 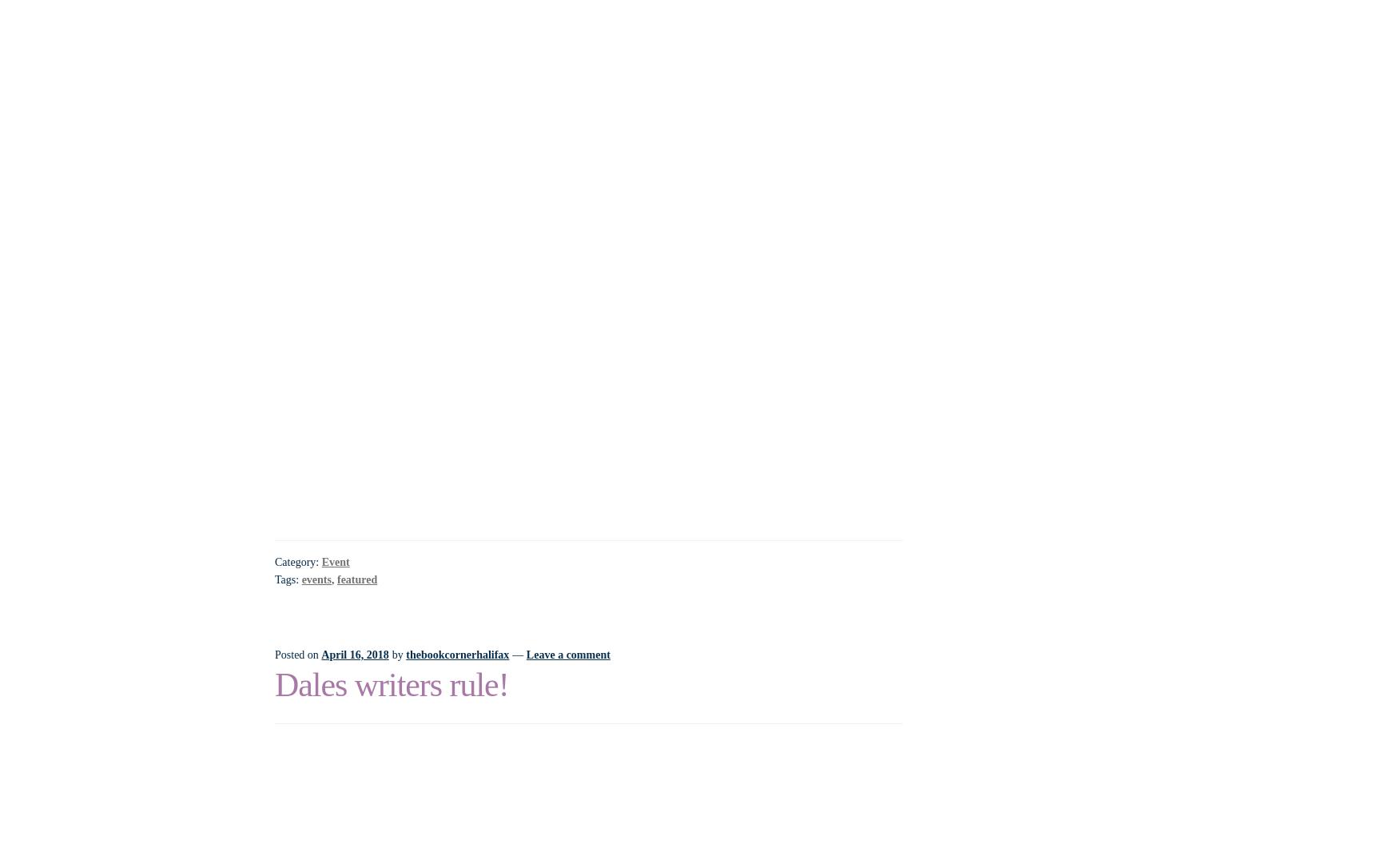 I want to click on 'Tags:', so click(x=274, y=579).